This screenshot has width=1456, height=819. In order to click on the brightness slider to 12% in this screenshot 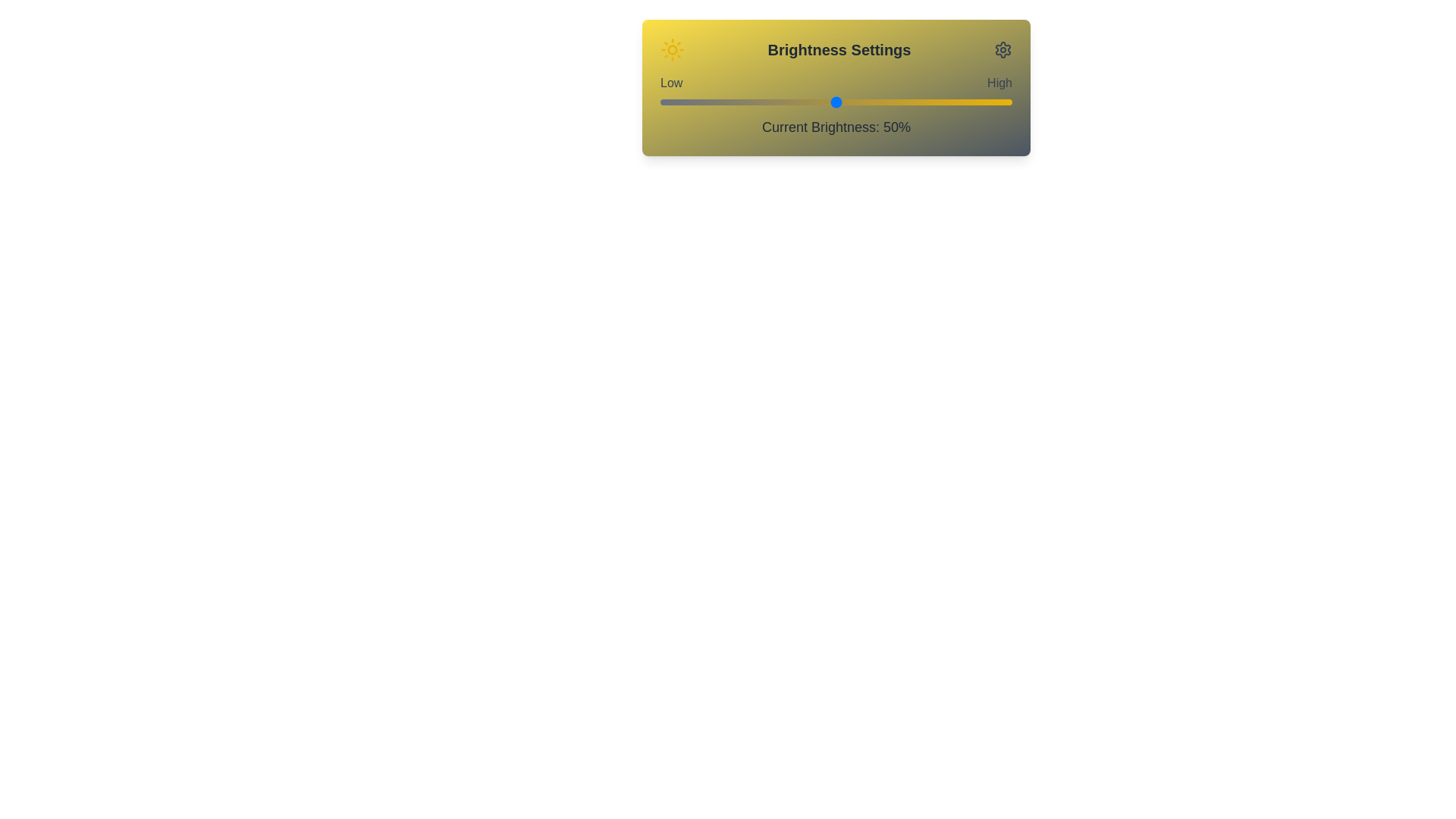, I will do `click(701, 102)`.